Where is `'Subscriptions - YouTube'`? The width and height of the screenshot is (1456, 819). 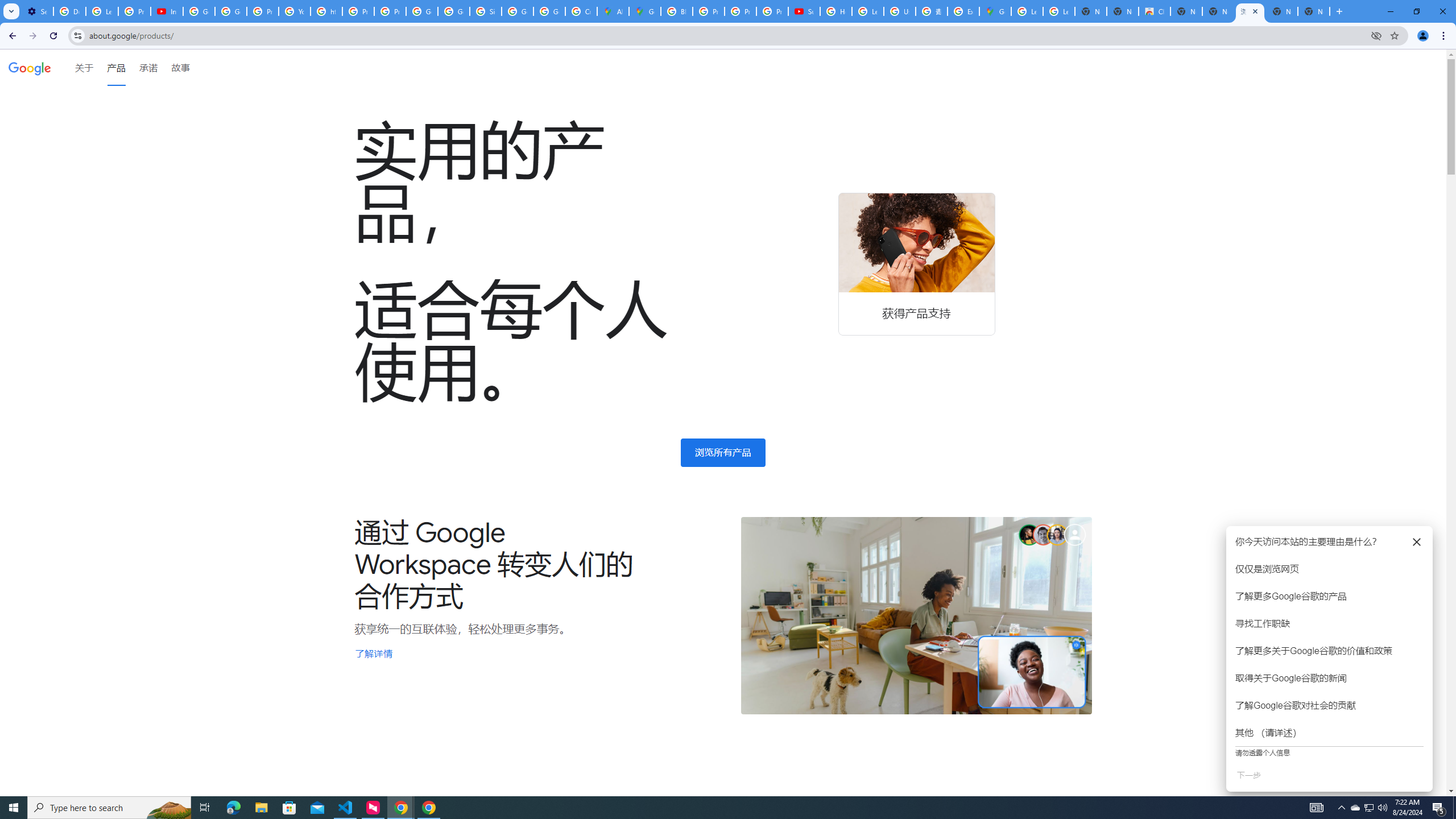 'Subscriptions - YouTube' is located at coordinates (804, 11).